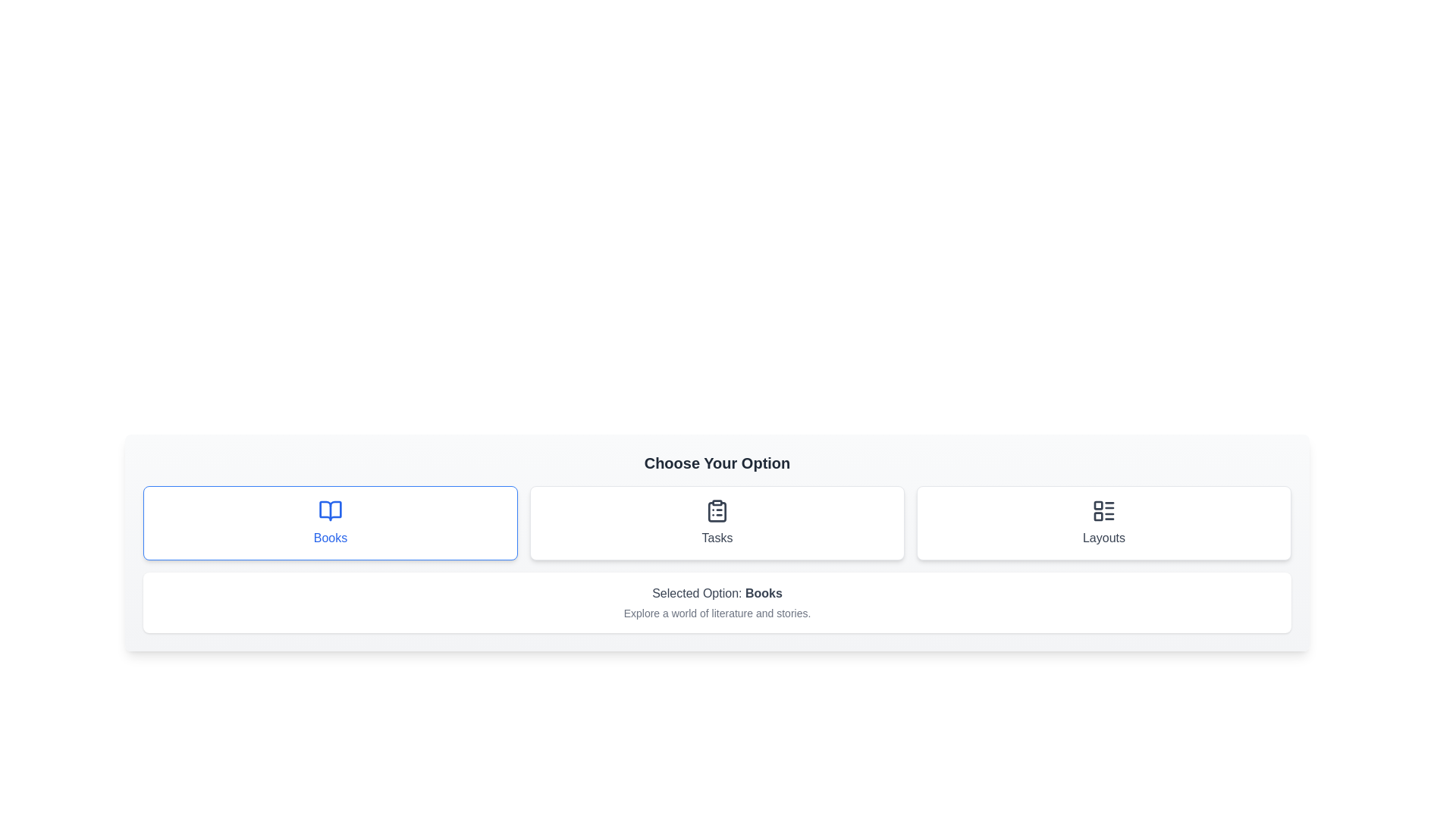  I want to click on the static text element that provides additional context related to the selected option 'Books', located directly underneath 'Selected Option: Books', so click(716, 613).